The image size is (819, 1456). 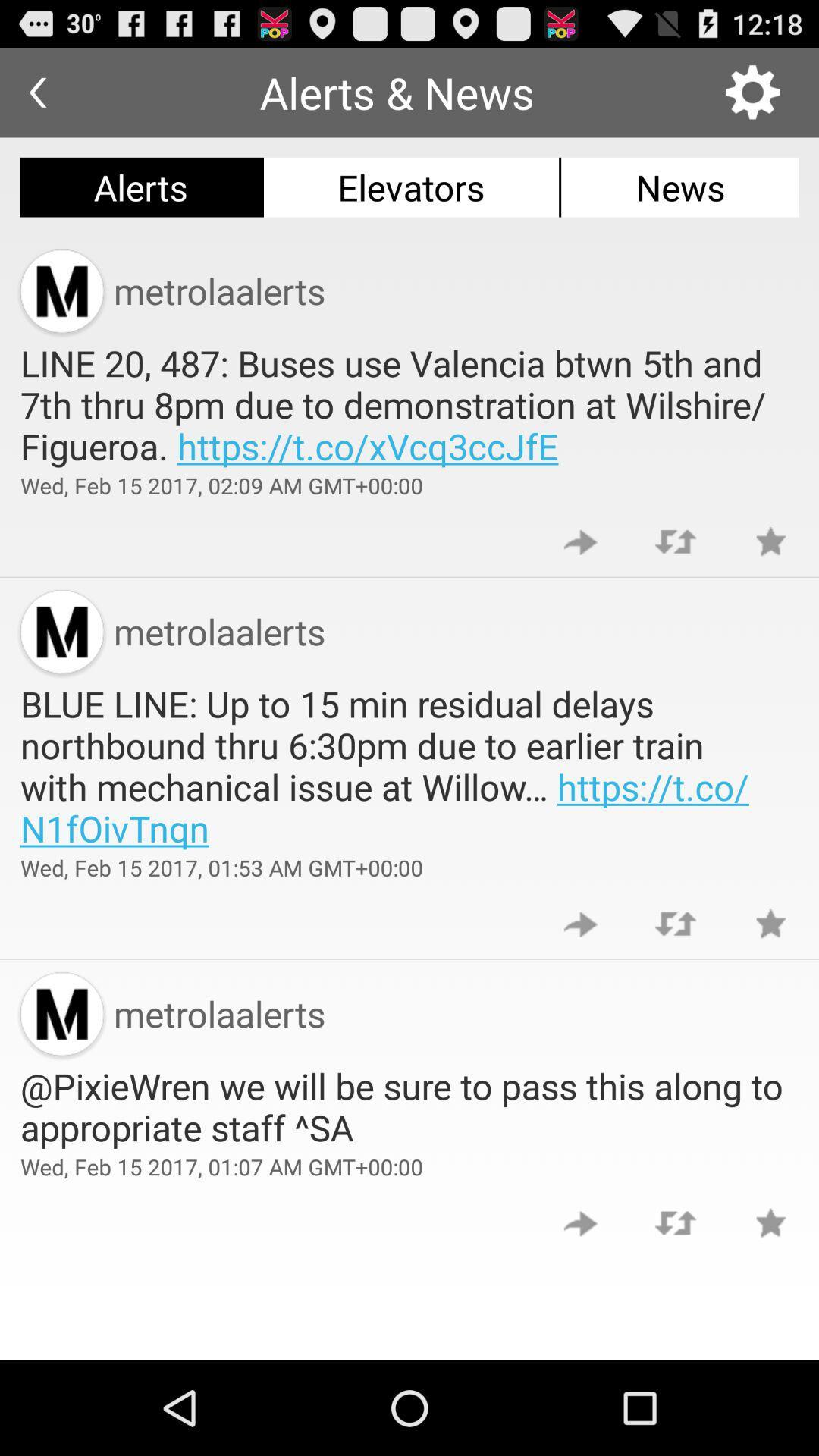 What do you see at coordinates (409, 404) in the screenshot?
I see `app above the wed feb 15 item` at bounding box center [409, 404].